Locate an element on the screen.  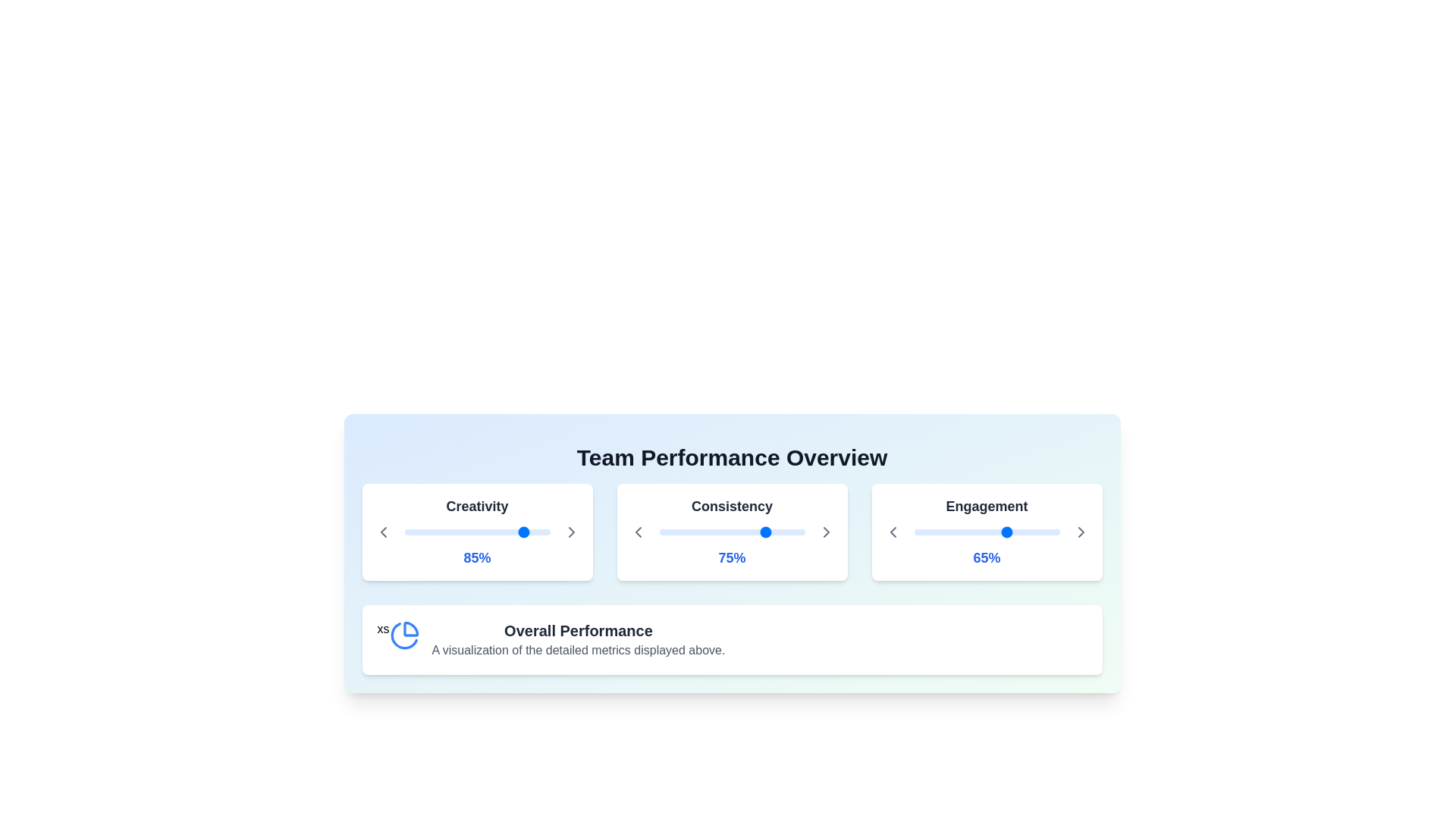
the textual label that reads 'A visualization of the detailed metrics displayed above.', which is positioned beneath the 'Overall Performance' heading is located at coordinates (578, 649).